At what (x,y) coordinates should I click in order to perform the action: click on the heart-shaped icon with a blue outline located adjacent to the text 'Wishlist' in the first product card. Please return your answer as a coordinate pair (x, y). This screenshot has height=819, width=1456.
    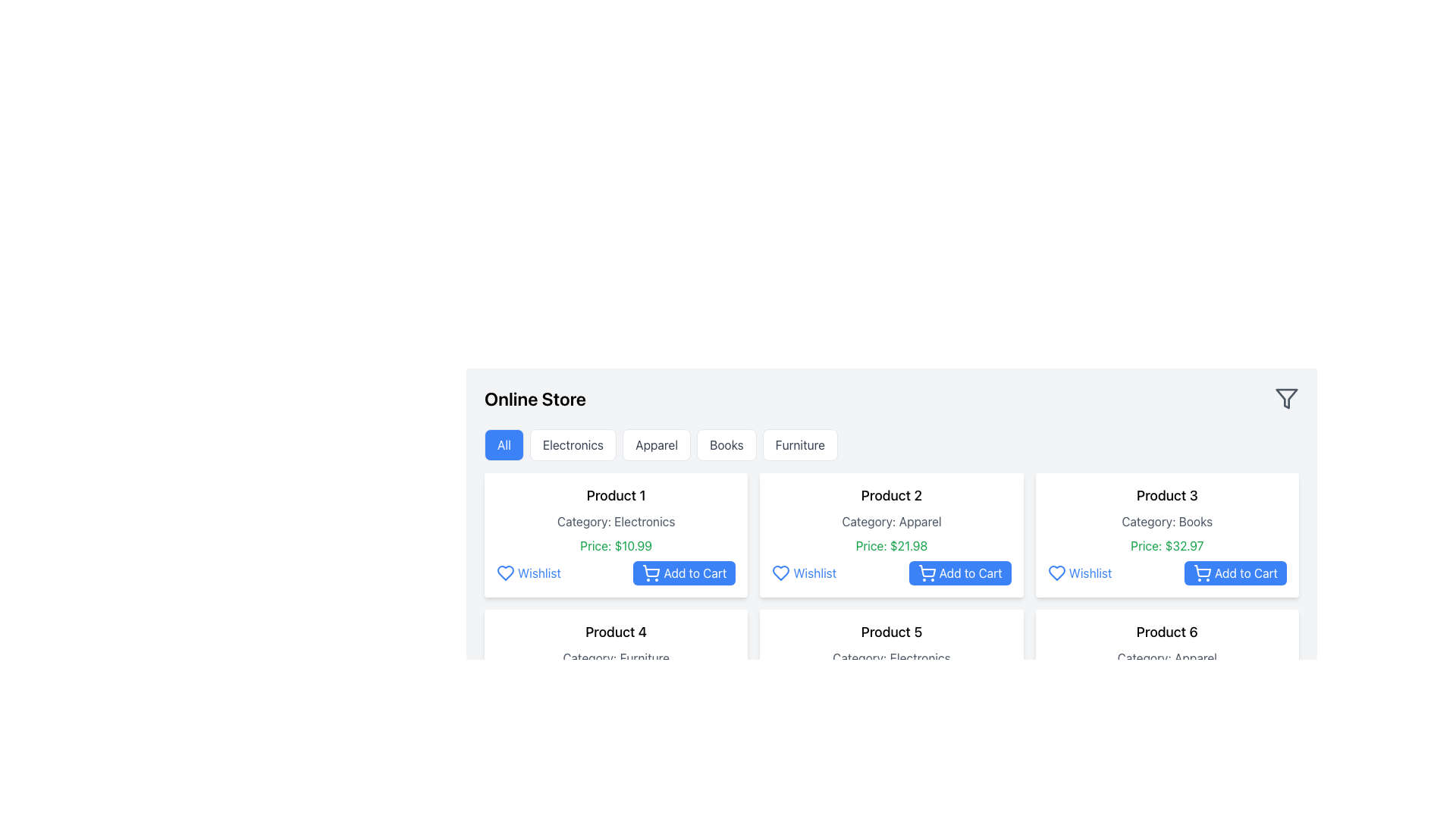
    Looking at the image, I should click on (506, 573).